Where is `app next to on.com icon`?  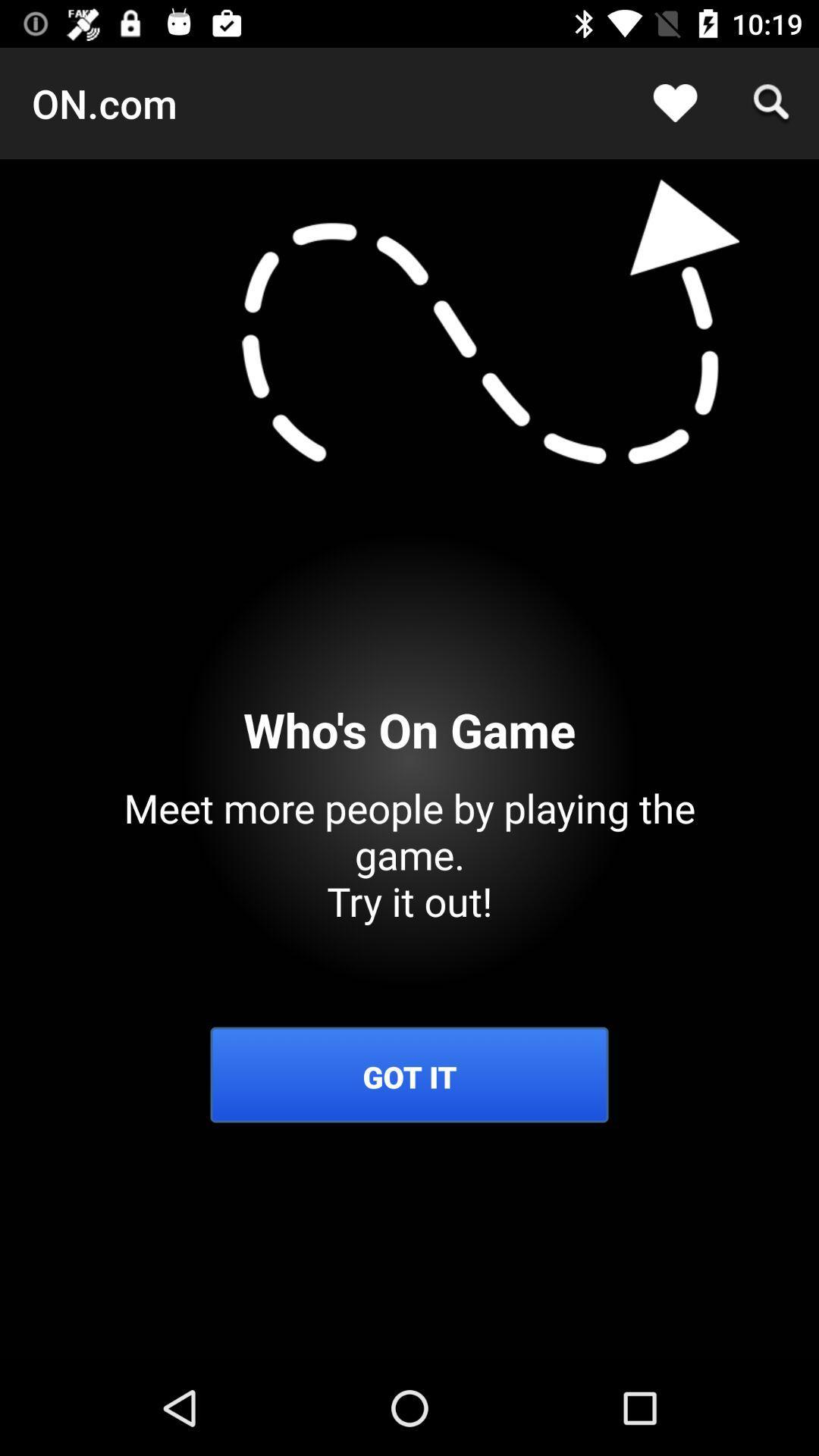
app next to on.com icon is located at coordinates (675, 102).